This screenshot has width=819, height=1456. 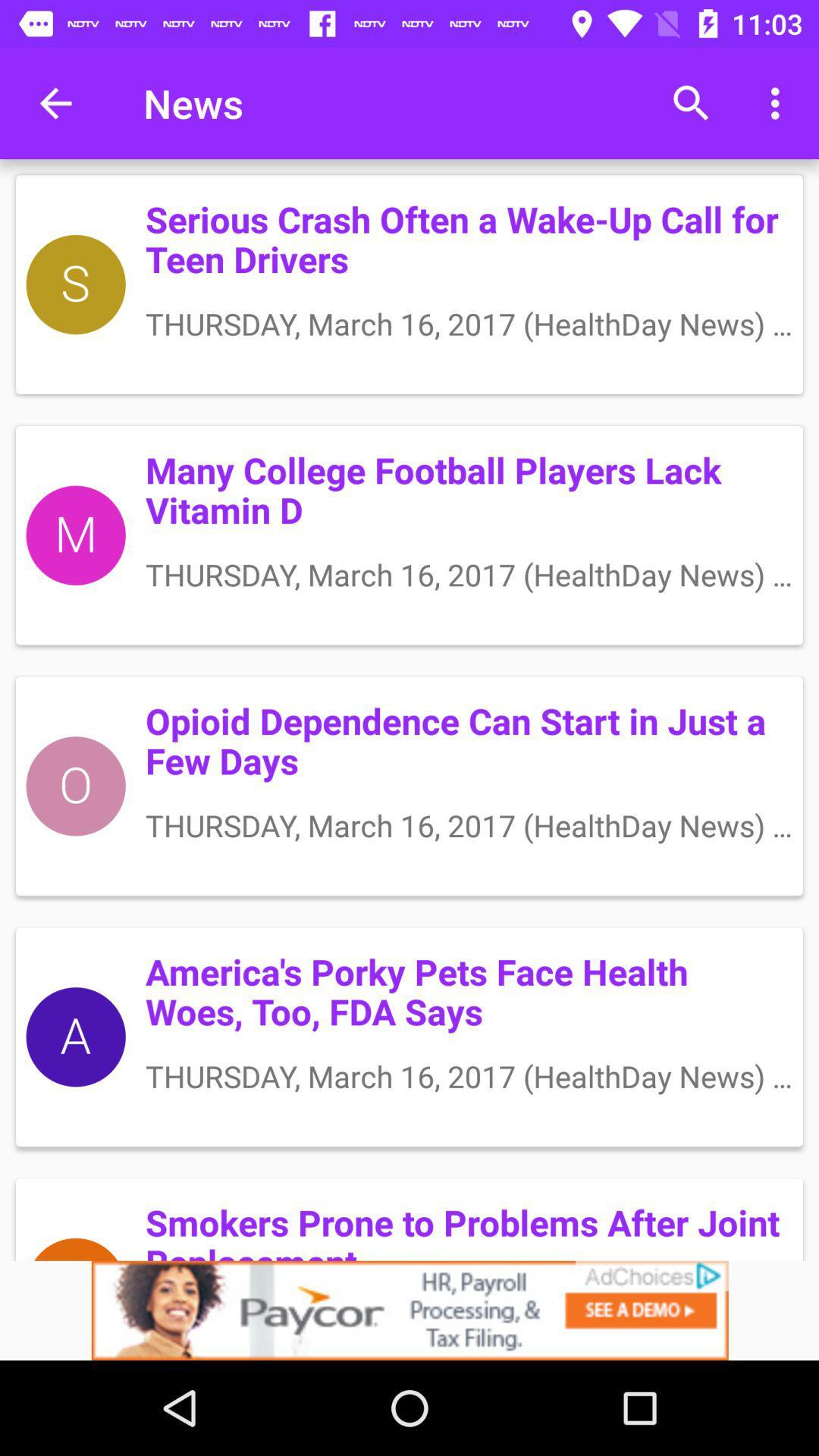 What do you see at coordinates (409, 284) in the screenshot?
I see `the first block under the menu bar` at bounding box center [409, 284].